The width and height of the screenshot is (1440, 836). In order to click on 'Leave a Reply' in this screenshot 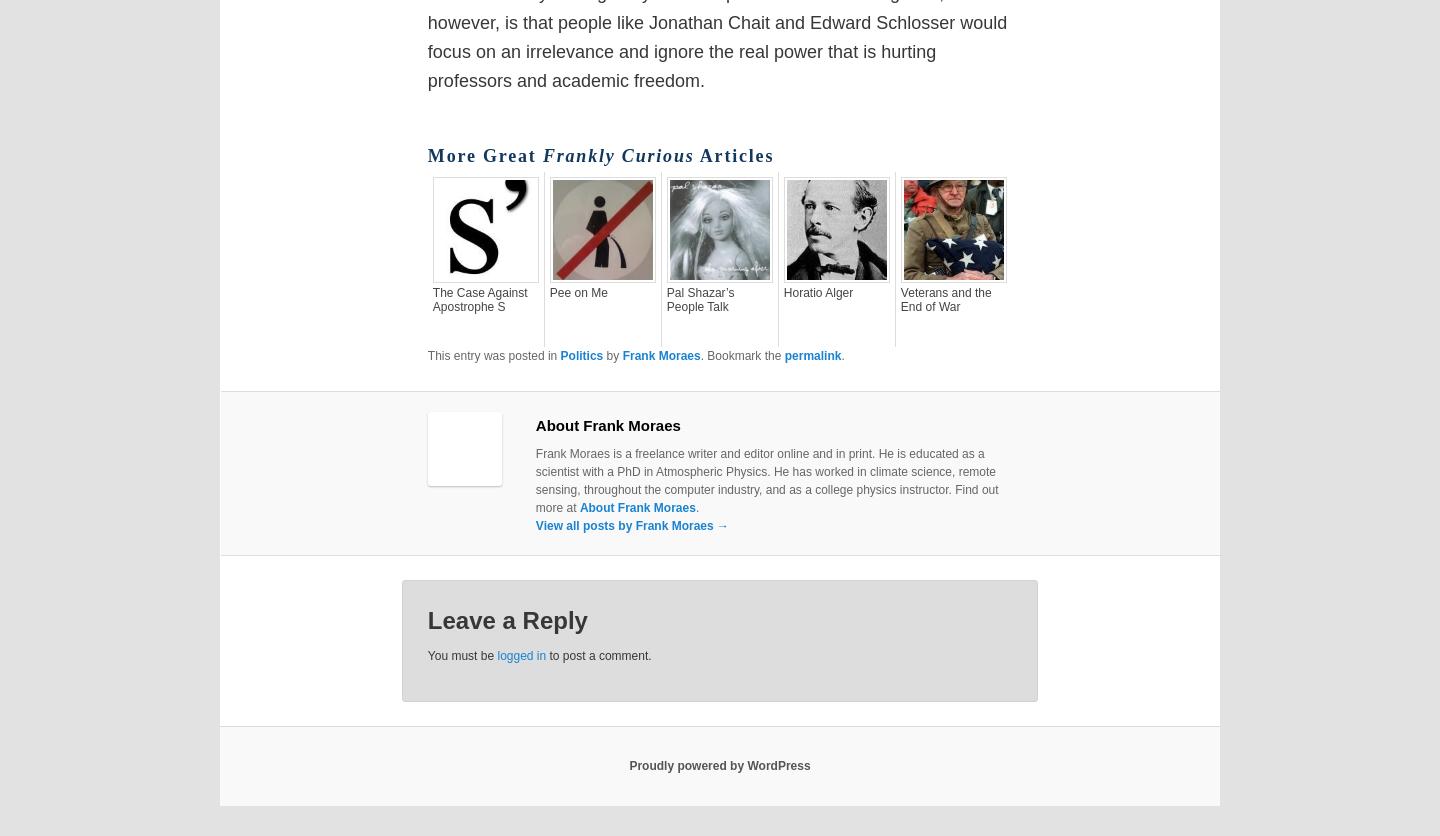, I will do `click(506, 618)`.